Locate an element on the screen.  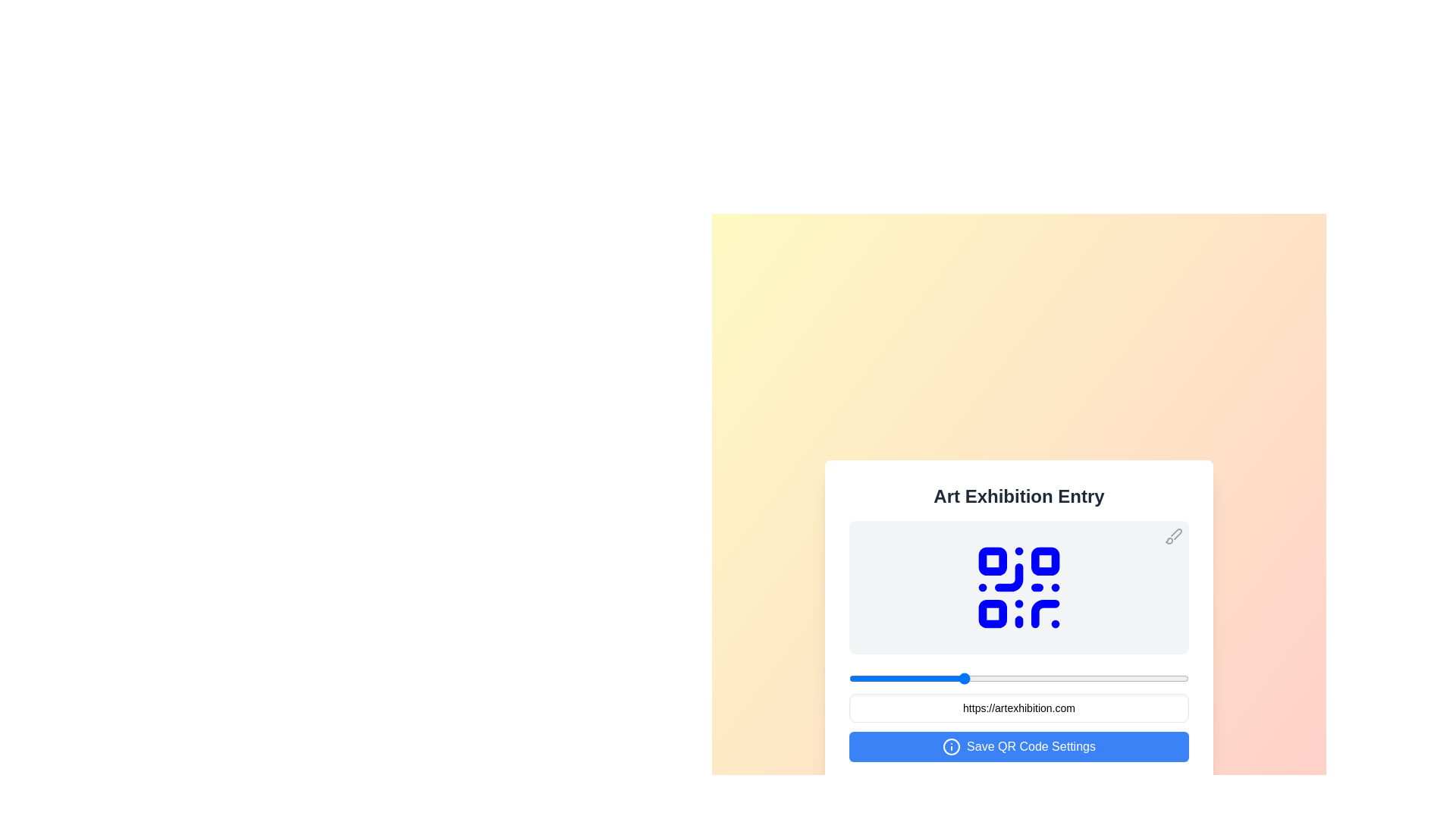
the small rectangular dark blue icon with rounded corners located in the bottom-left corner of the QR code within the 'Art Exhibition Entry' dialog box is located at coordinates (993, 613).